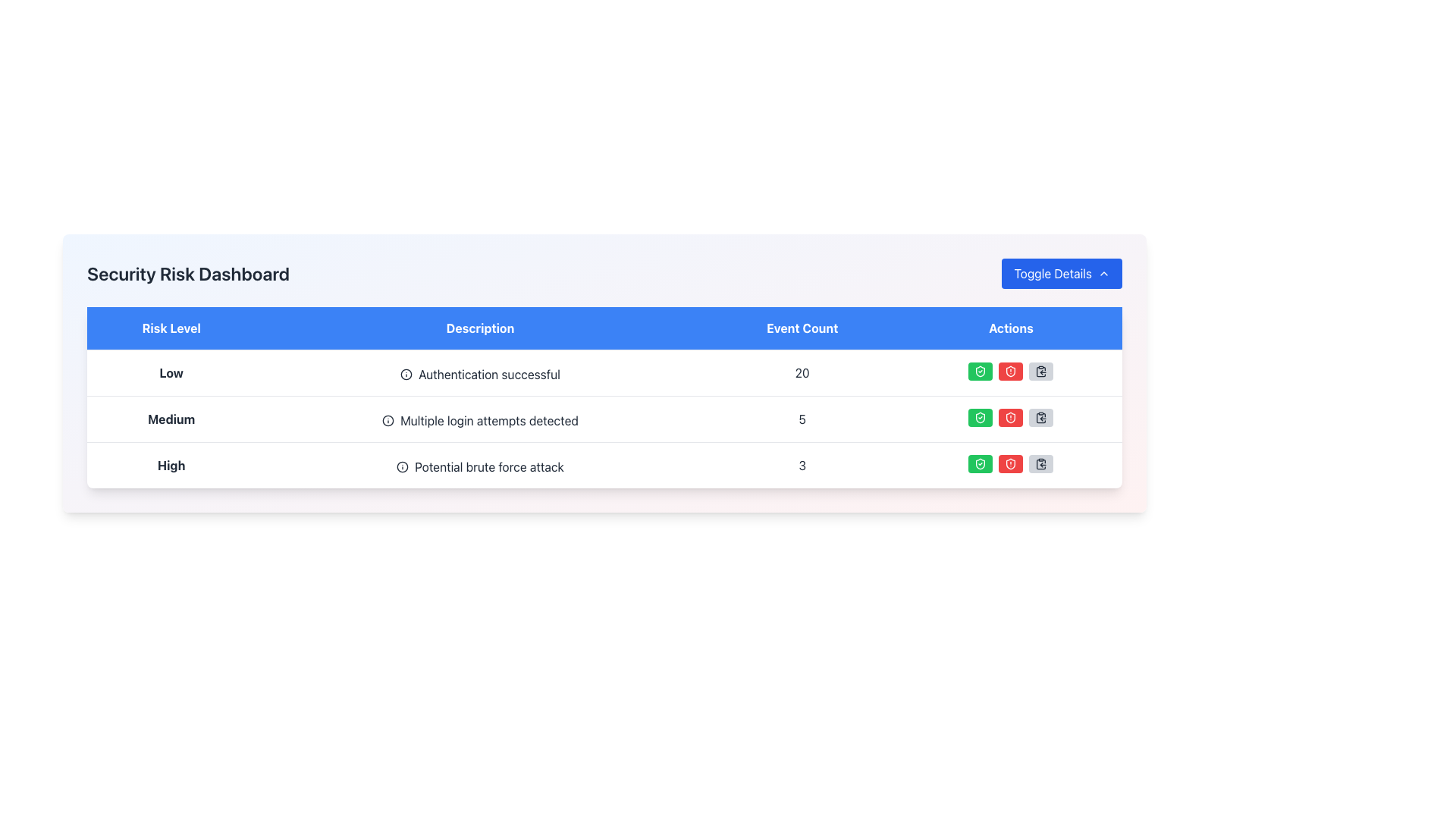  I want to click on the first button in the 'Actions' column of the second row in the data table, which is related to the 'Medium' risk level, so click(981, 418).